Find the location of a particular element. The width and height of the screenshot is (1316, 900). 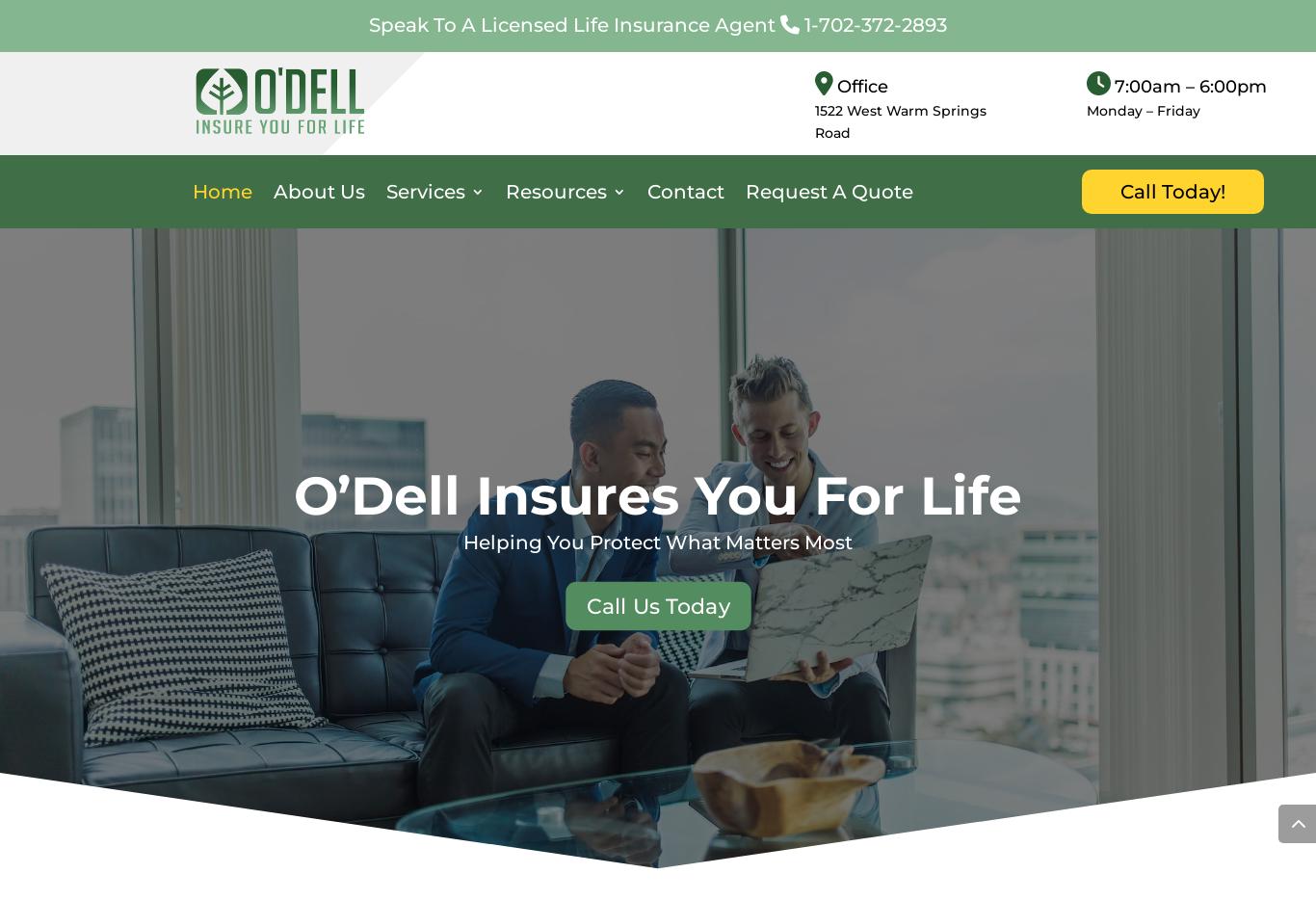

'Monday – Friday' is located at coordinates (1142, 109).